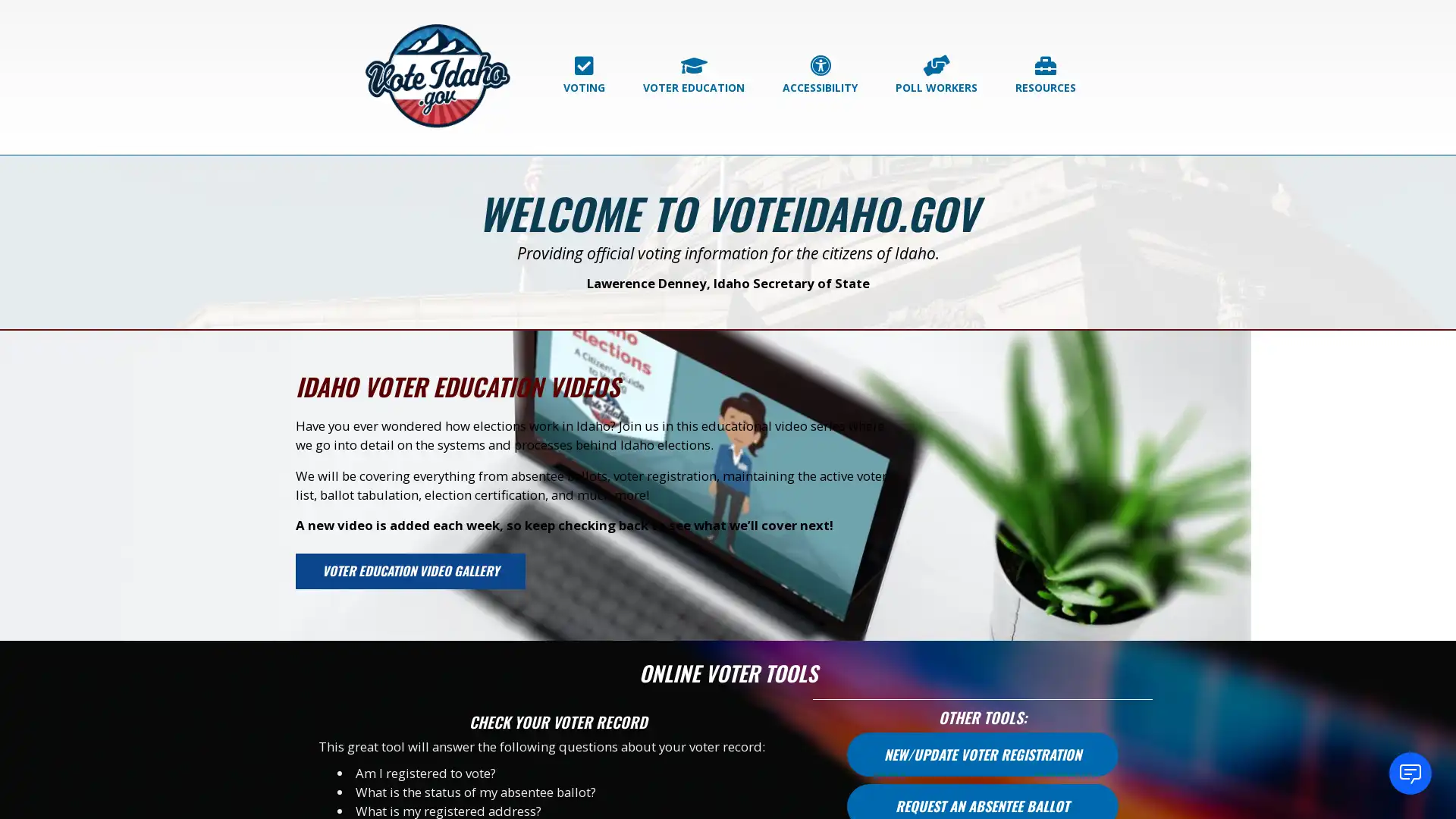  I want to click on Open the chat window, so click(1410, 773).